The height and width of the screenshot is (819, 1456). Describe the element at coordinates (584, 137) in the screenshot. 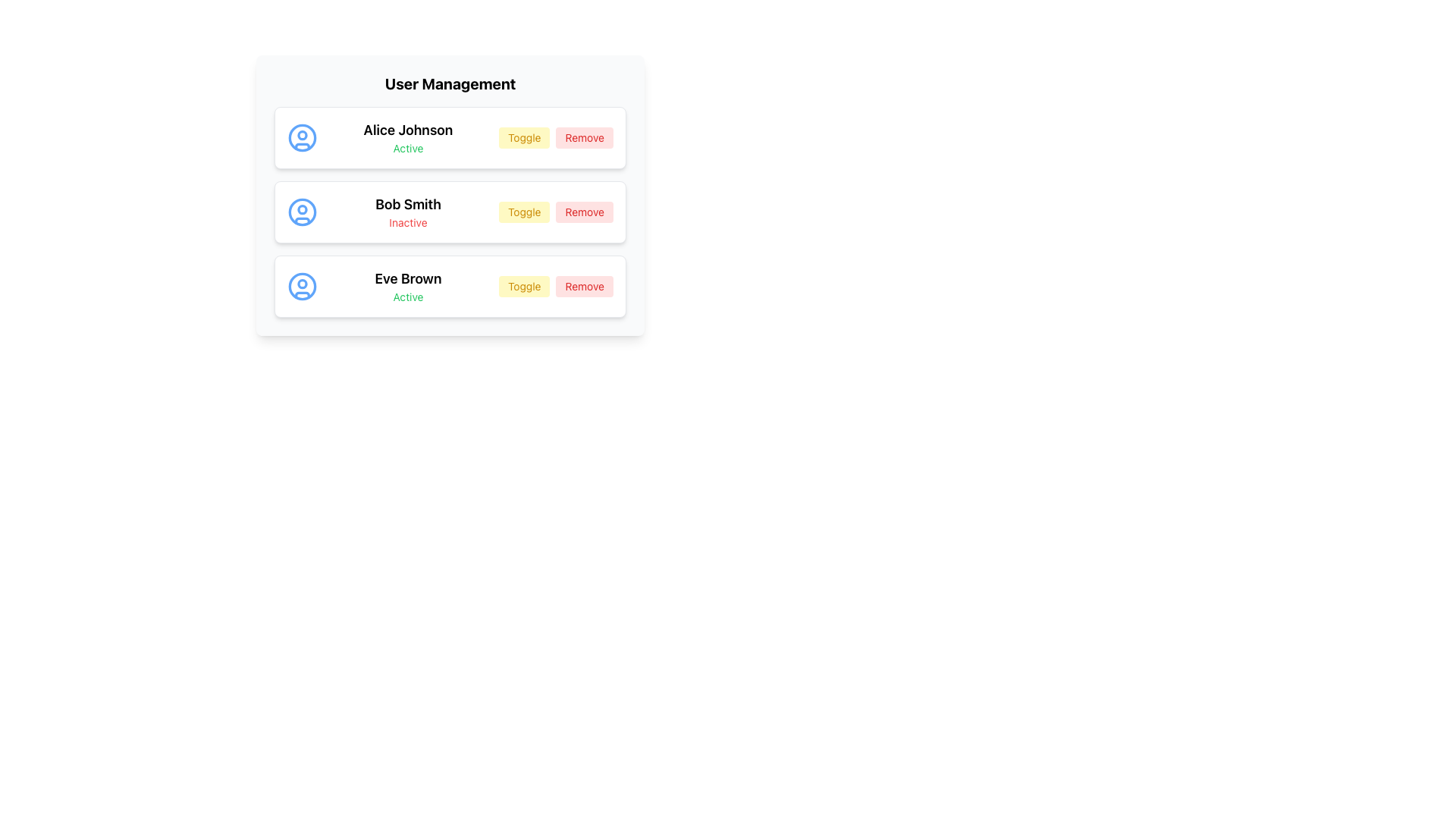

I see `the removal button located to the right of the 'Toggle' button in the action row for the user 'Alice Johnson' to initiate user removal` at that location.